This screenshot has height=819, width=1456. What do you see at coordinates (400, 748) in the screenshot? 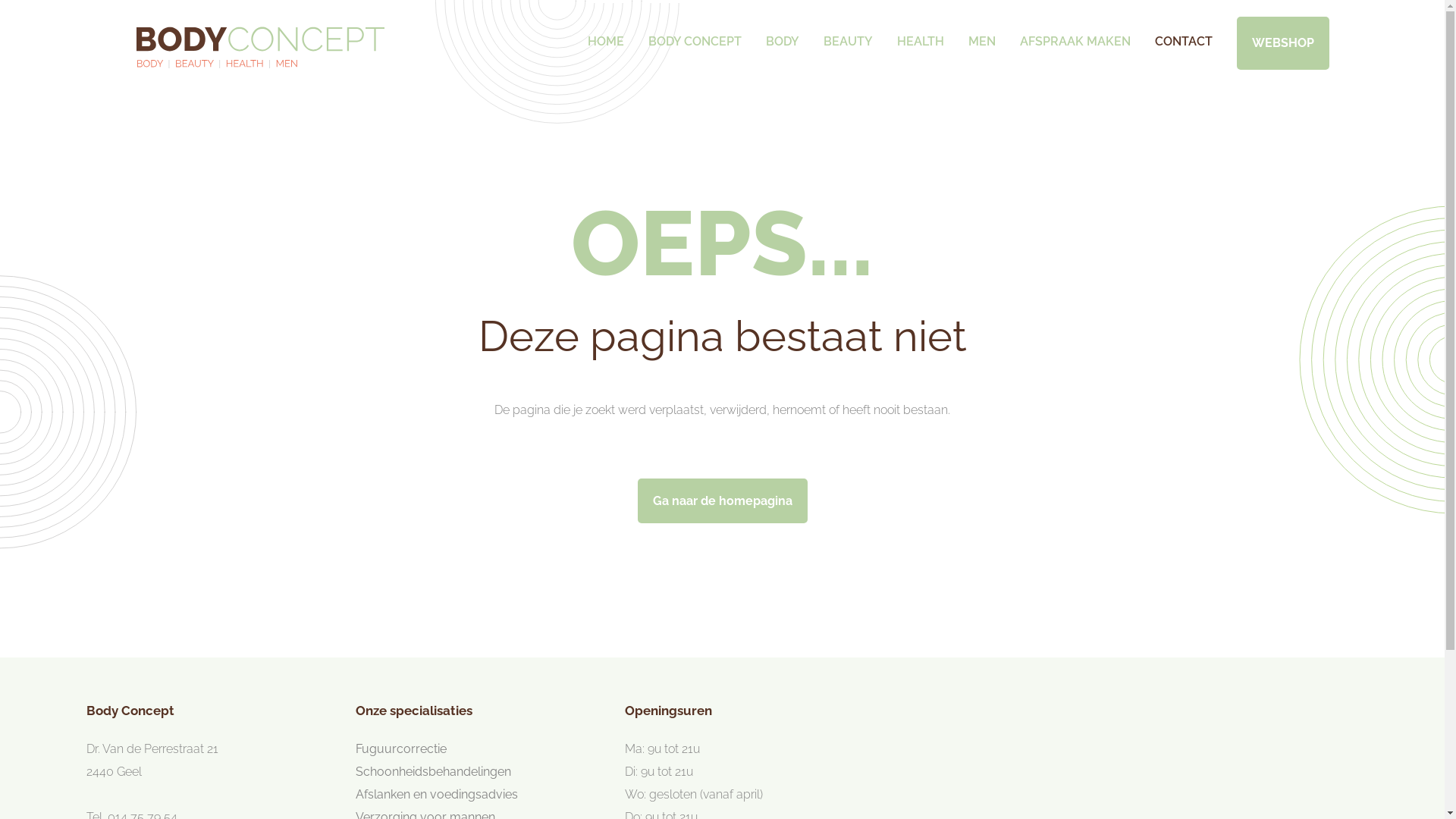
I see `'Fuguurcorrectie'` at bounding box center [400, 748].